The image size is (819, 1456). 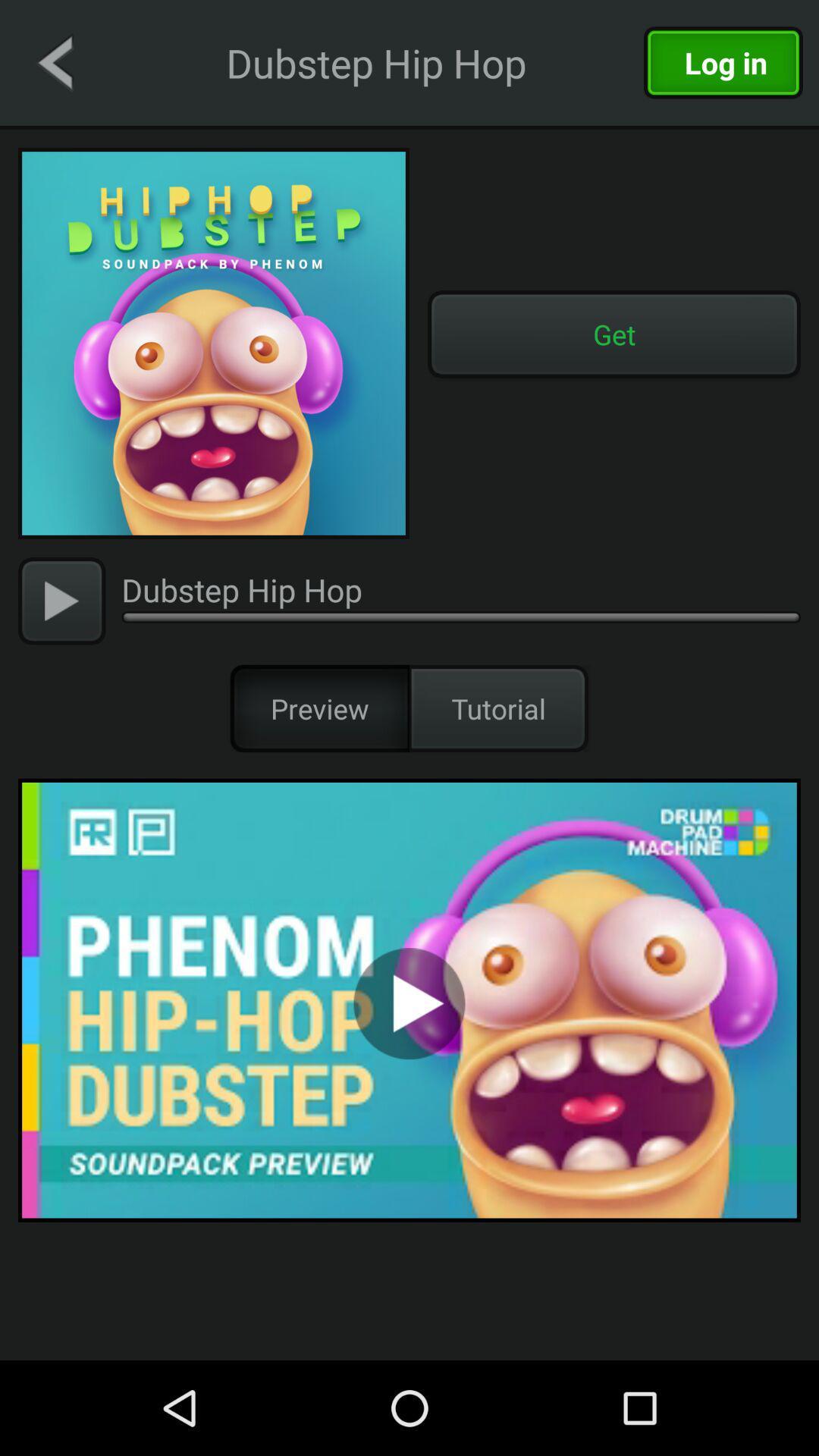 I want to click on the item below preview icon, so click(x=409, y=1000).